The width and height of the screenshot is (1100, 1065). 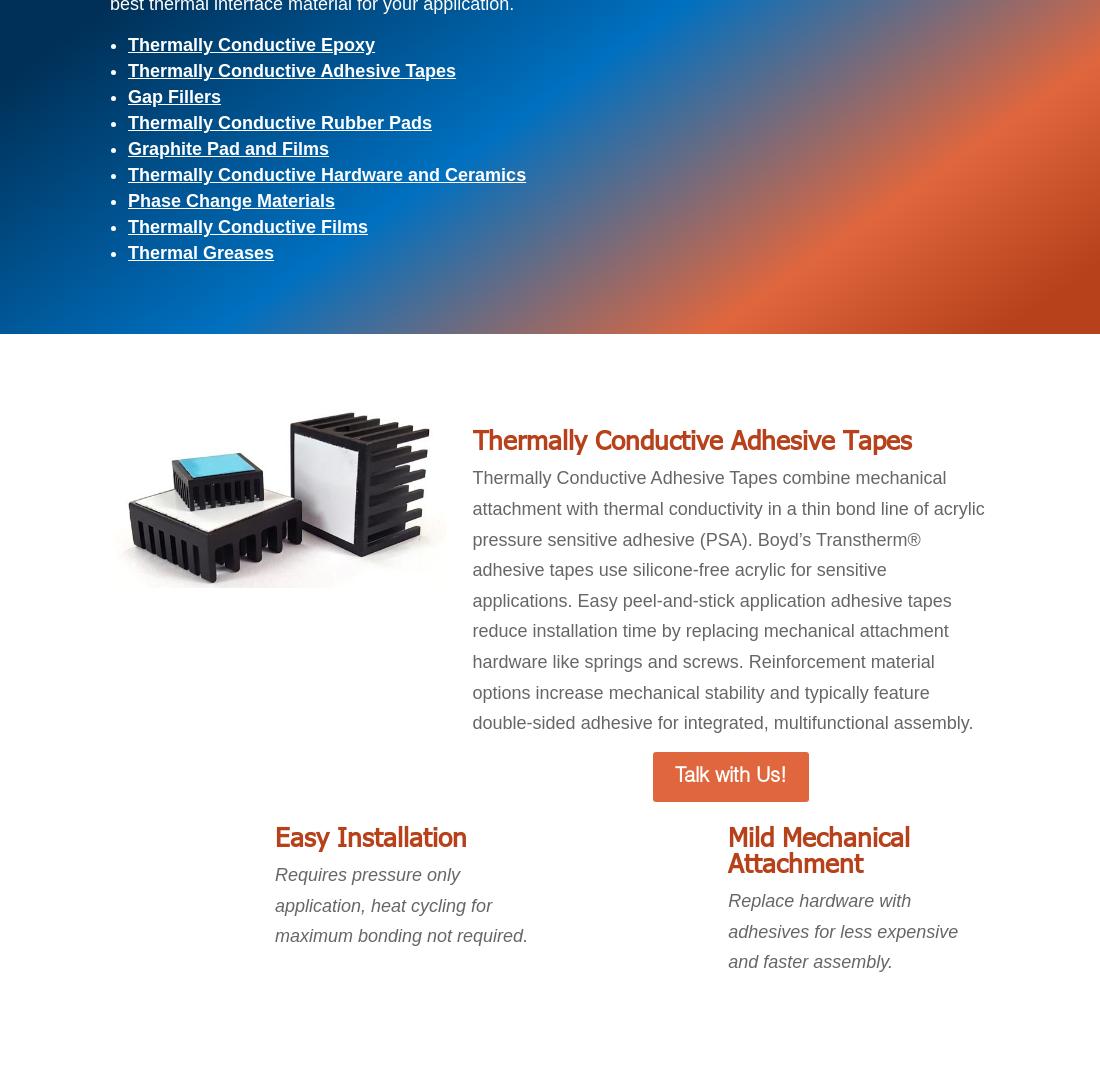 I want to click on 'Thermally Conductive Hardware and Ceramics', so click(x=326, y=173).